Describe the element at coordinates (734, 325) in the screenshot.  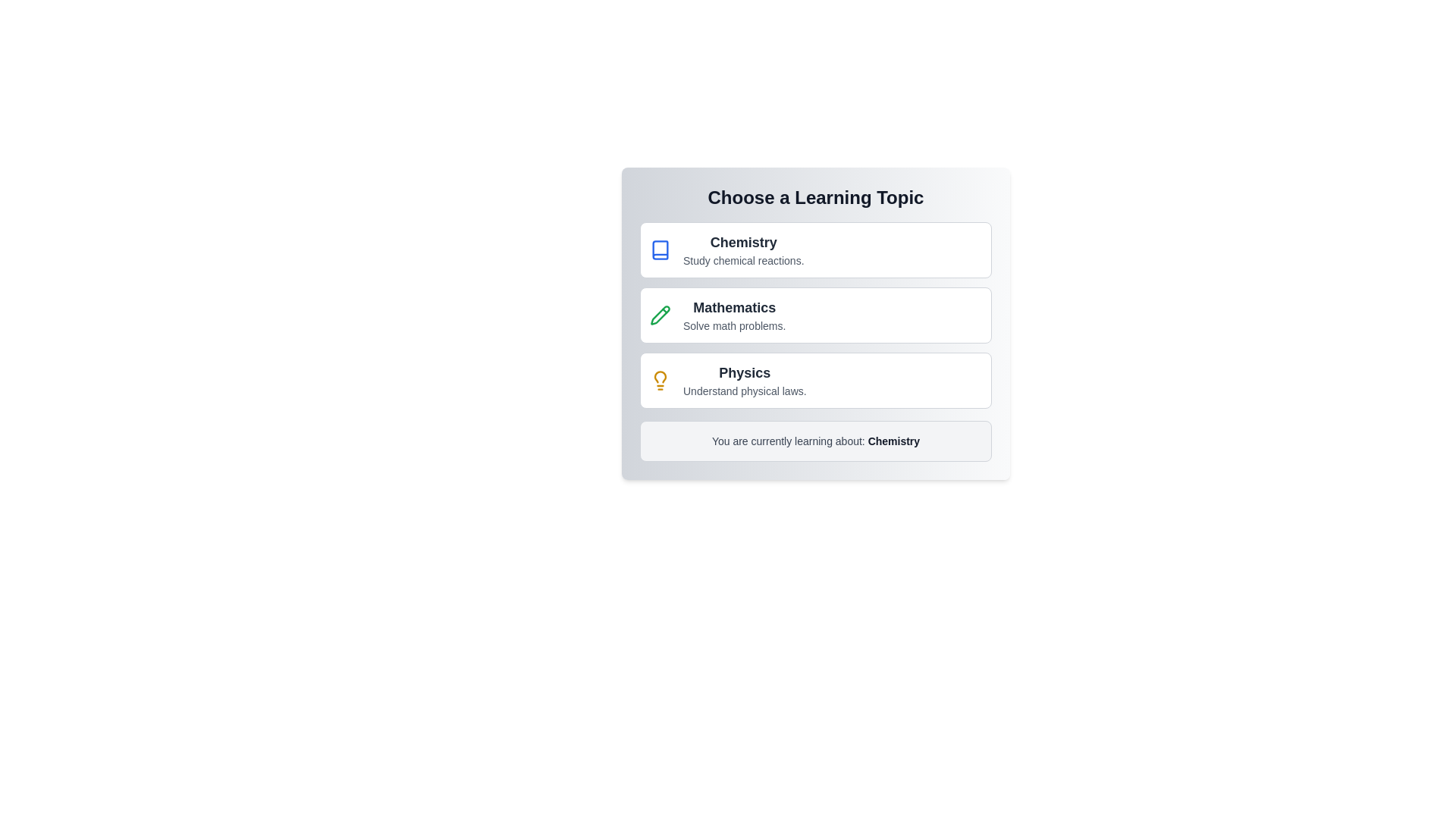
I see `text content of the label displaying 'Solve math problems.' which is positioned below the title 'Mathematics' in the second selectable card of the 'Choose a Learning Topic' section` at that location.